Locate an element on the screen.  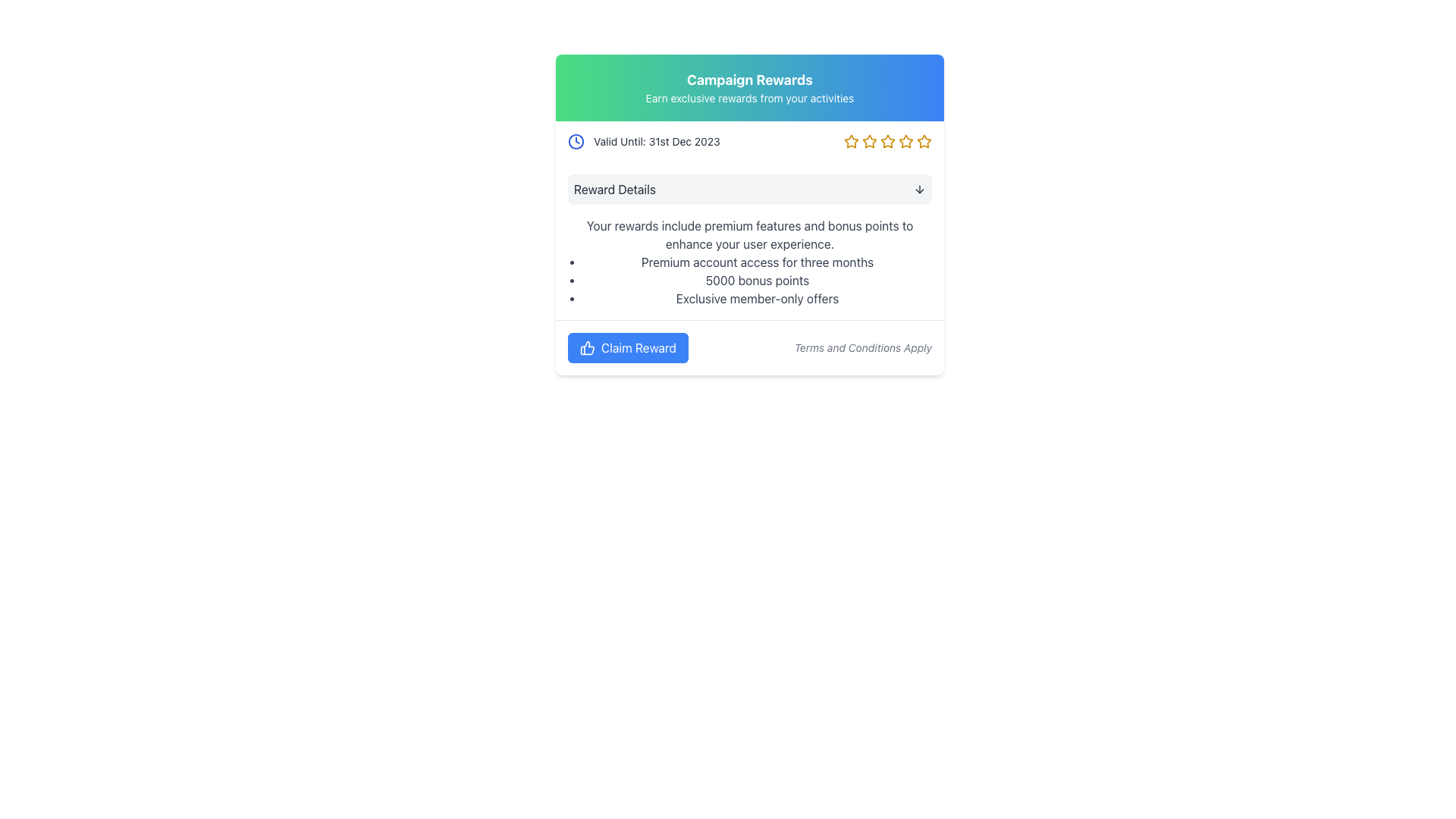
the fourth star-shaped icon from the left, which is golden in color and located near the top center of the interface, right of the text 'Valid Until: 31st Dec 2023' is located at coordinates (888, 141).